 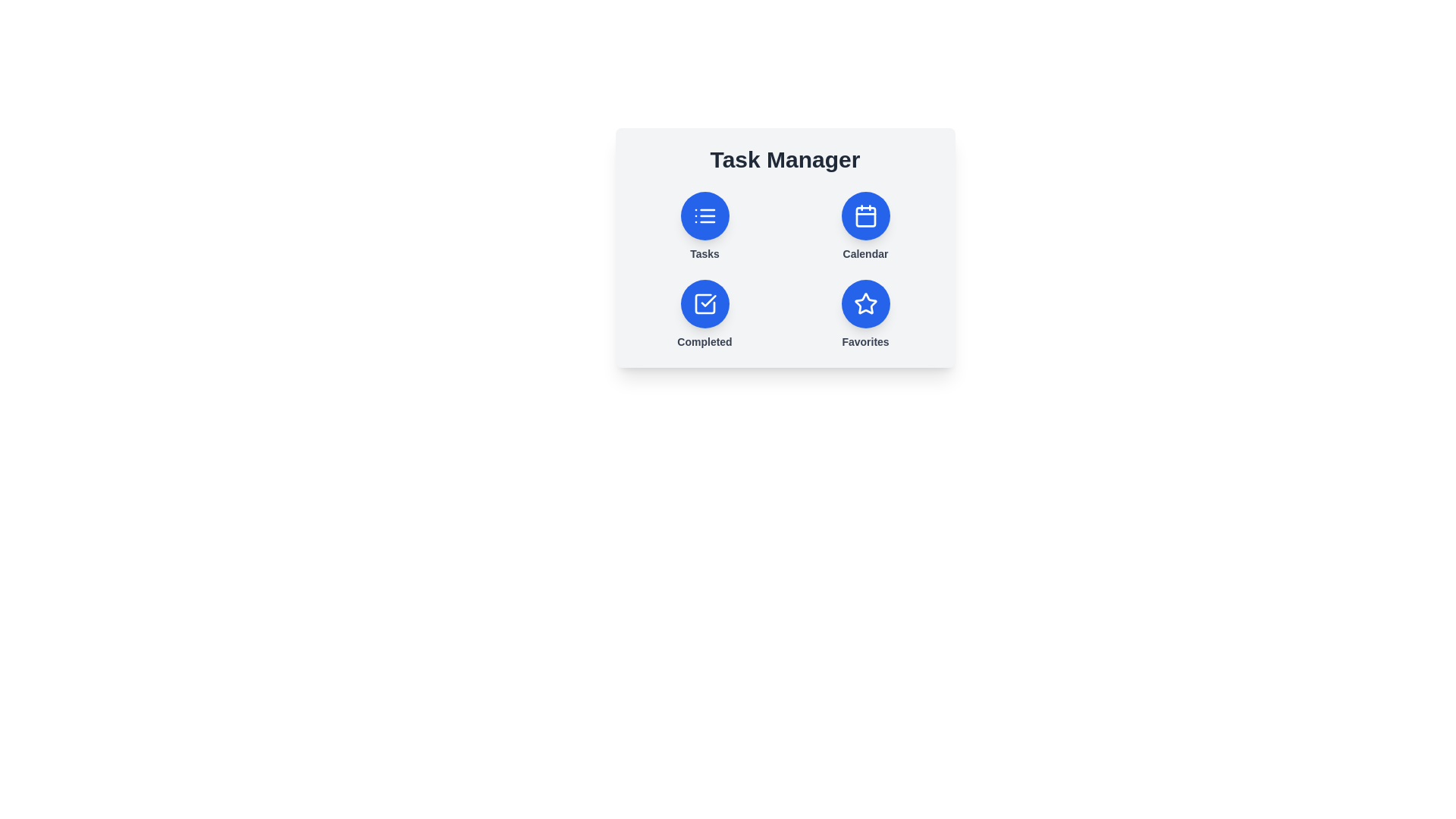 I want to click on the text label displaying 'Favorites' in bold grayish font located under the blue circular star icon in the bottom-right quadrant of the interface, so click(x=865, y=342).